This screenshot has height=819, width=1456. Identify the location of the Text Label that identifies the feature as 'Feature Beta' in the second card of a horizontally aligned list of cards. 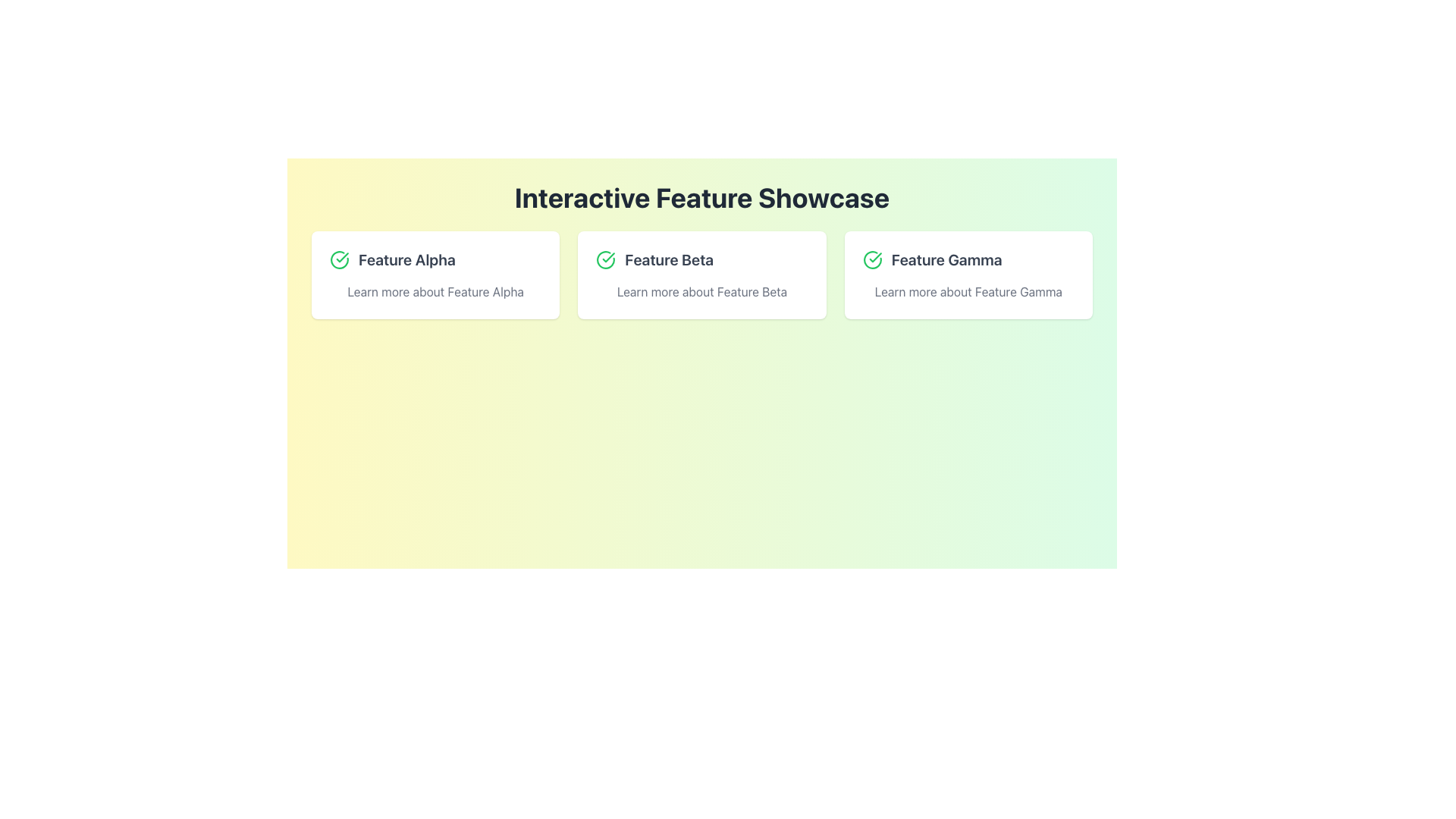
(668, 259).